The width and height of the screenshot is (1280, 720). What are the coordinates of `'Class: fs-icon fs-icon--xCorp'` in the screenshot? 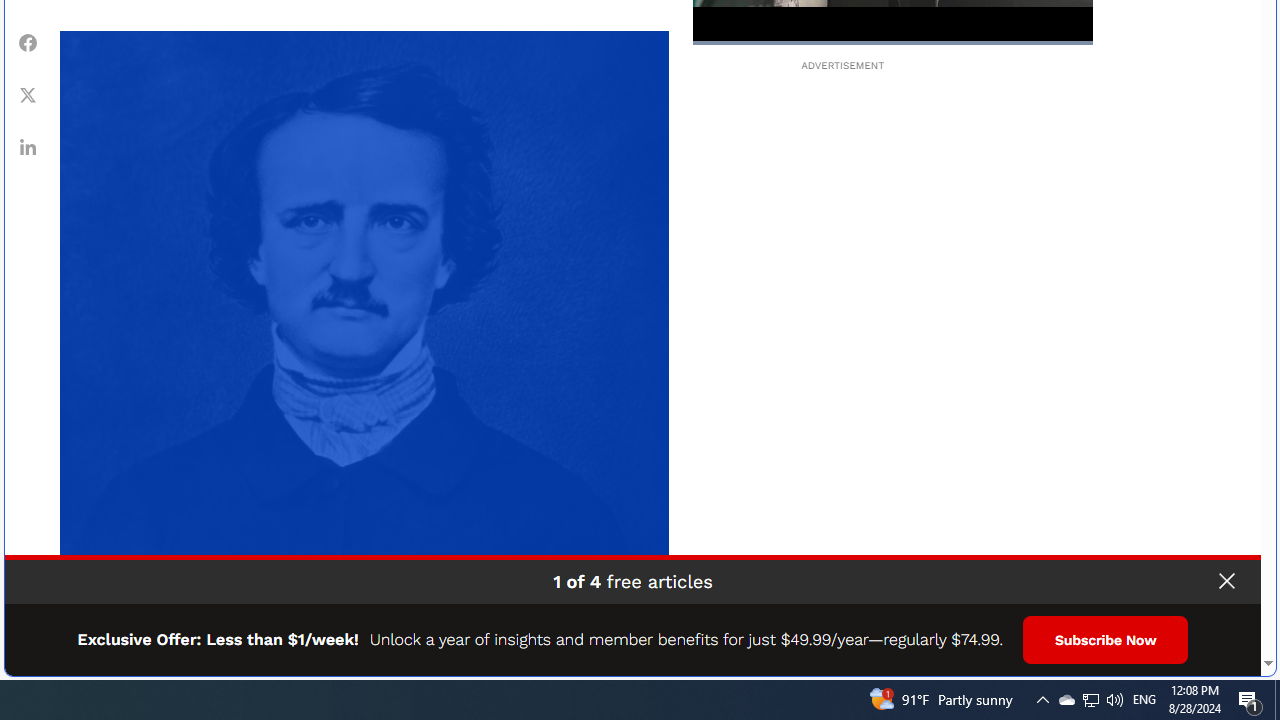 It's located at (28, 95).